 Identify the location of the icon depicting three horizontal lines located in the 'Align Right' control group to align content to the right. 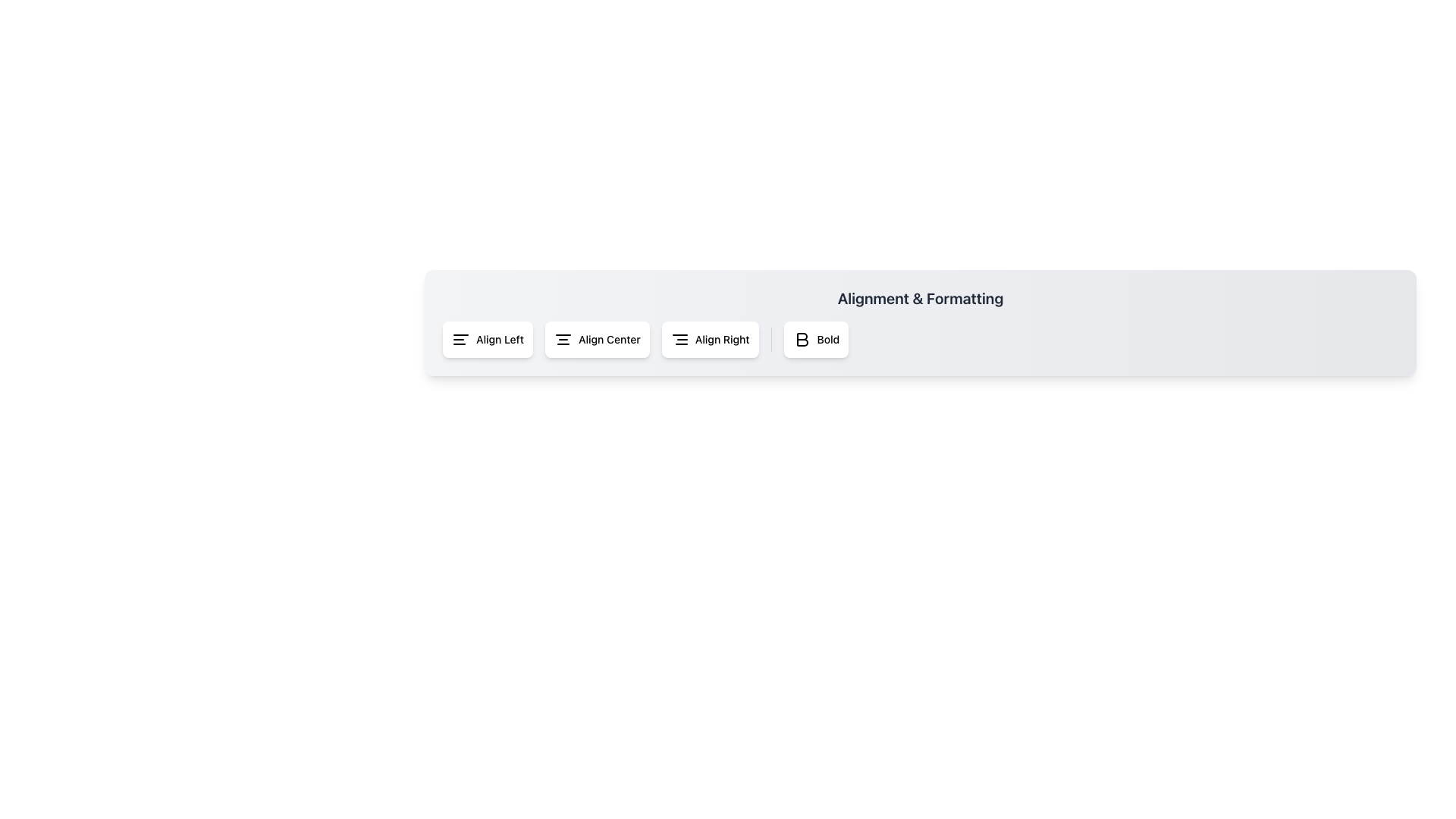
(679, 338).